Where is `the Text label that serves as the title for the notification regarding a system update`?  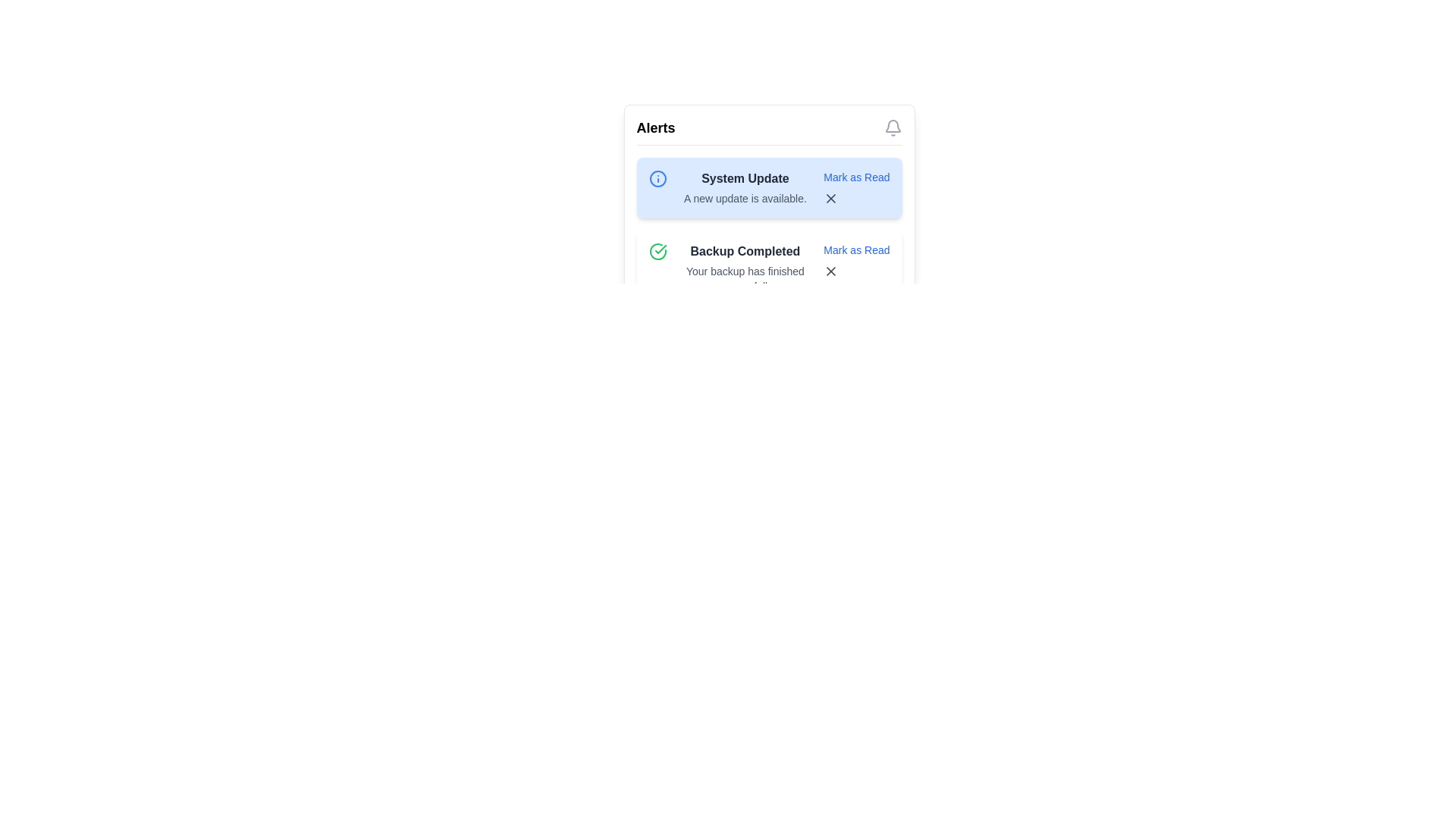
the Text label that serves as the title for the notification regarding a system update is located at coordinates (745, 177).